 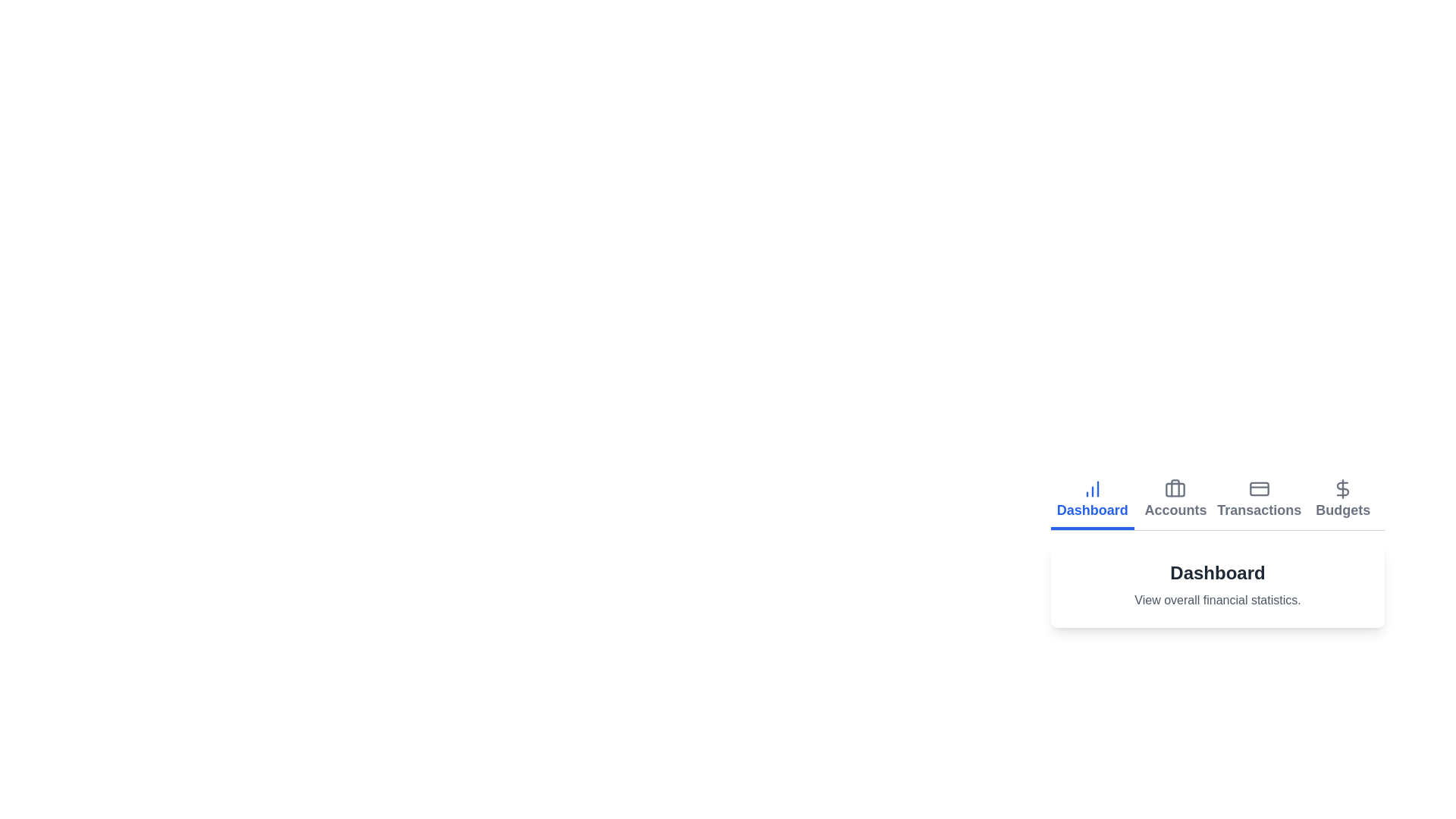 I want to click on the Accounts tab, so click(x=1175, y=500).